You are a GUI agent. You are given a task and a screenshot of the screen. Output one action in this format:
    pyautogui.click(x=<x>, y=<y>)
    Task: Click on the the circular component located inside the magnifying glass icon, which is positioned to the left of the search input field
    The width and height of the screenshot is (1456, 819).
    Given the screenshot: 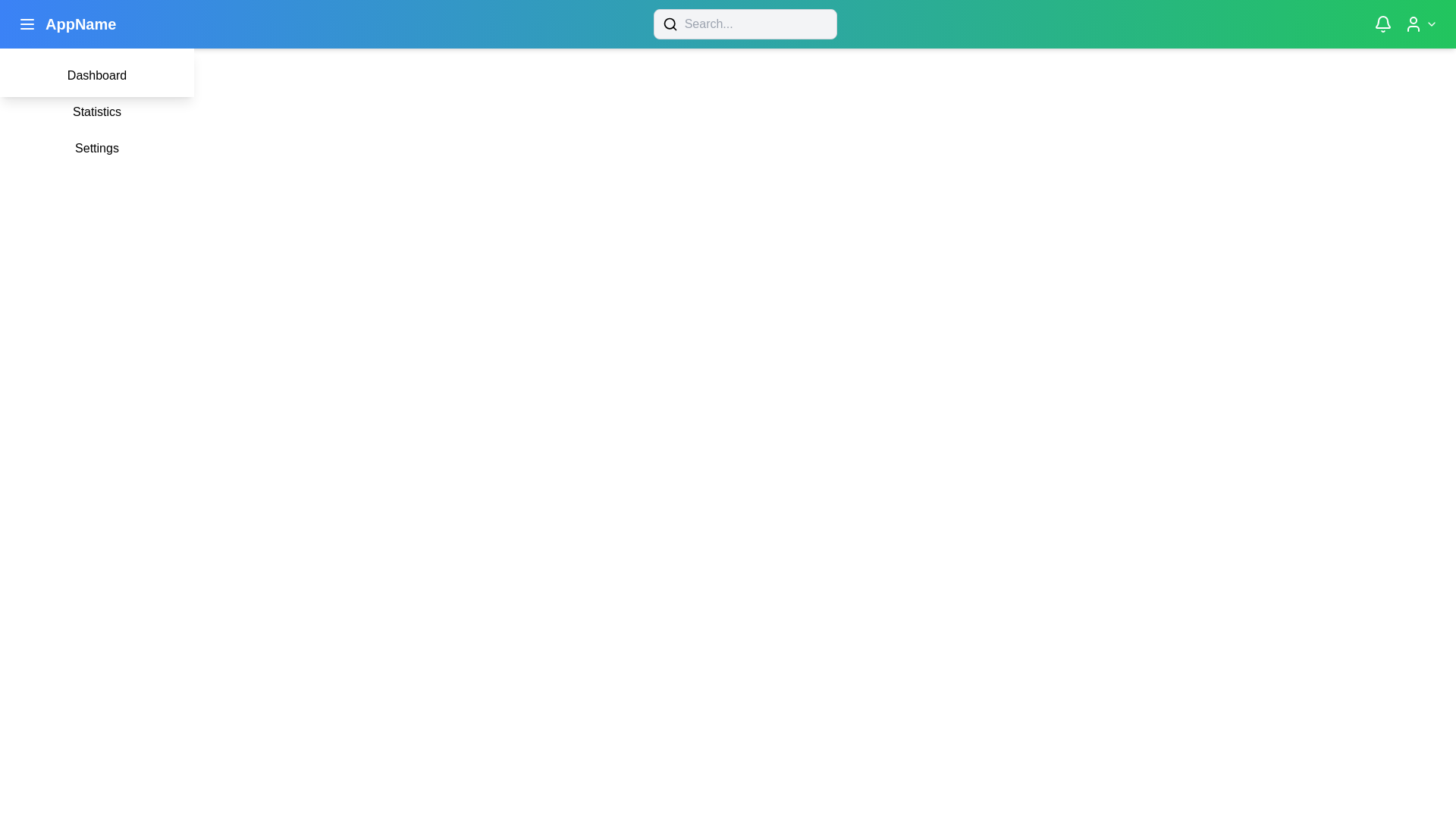 What is the action you would take?
    pyautogui.click(x=668, y=24)
    